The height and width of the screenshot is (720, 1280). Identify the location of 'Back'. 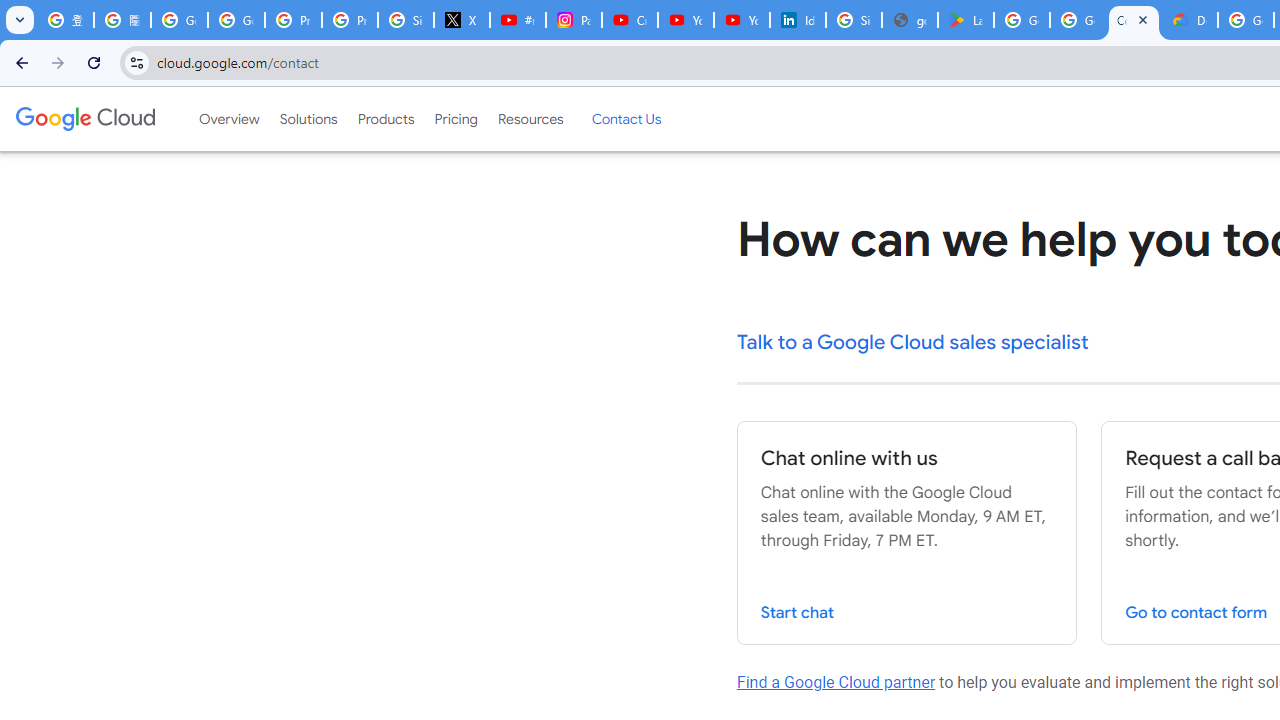
(19, 61).